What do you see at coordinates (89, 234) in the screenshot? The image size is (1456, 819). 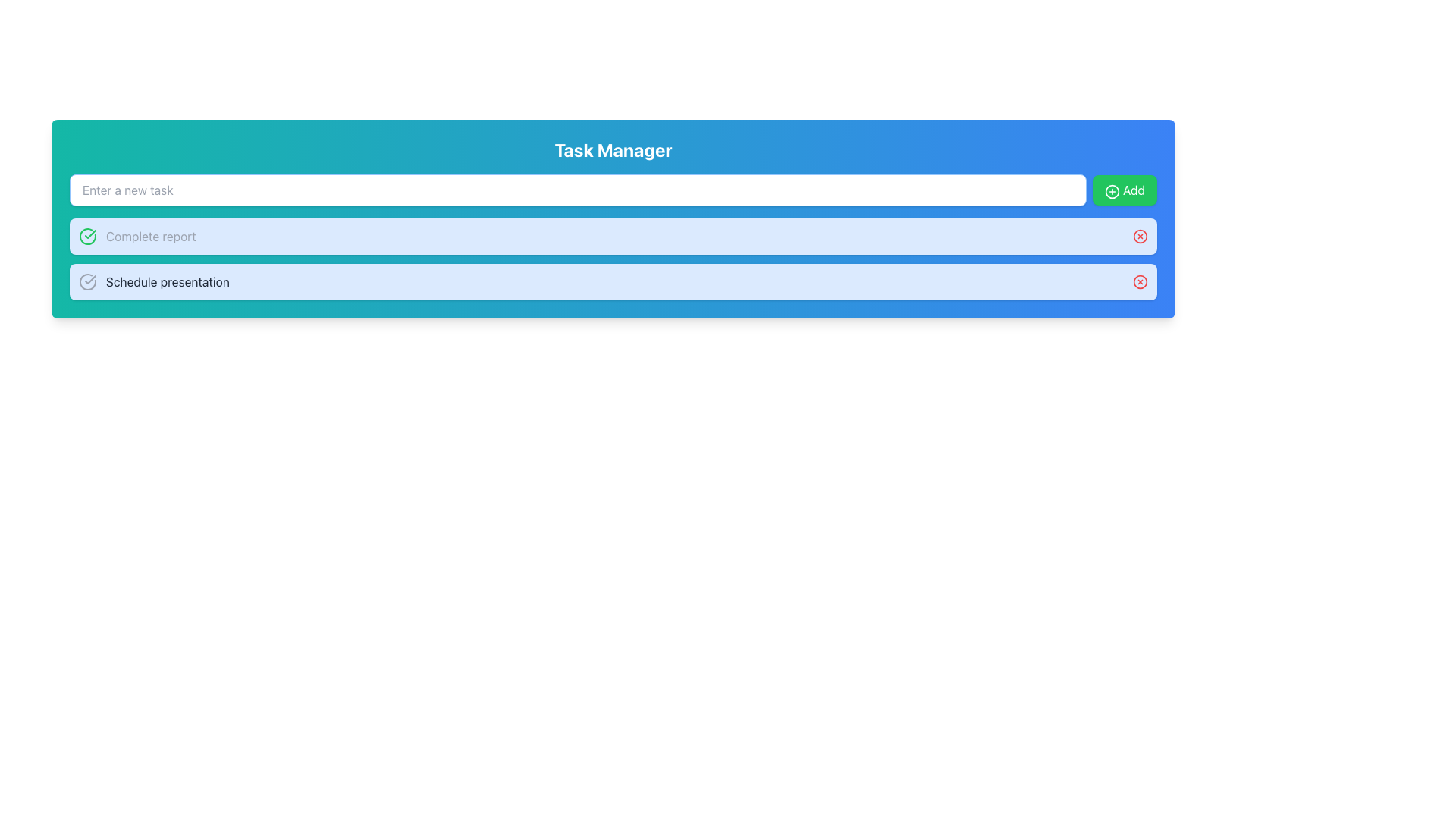 I see `the completion status icon located to the left of the 'Schedule presentation' task text` at bounding box center [89, 234].